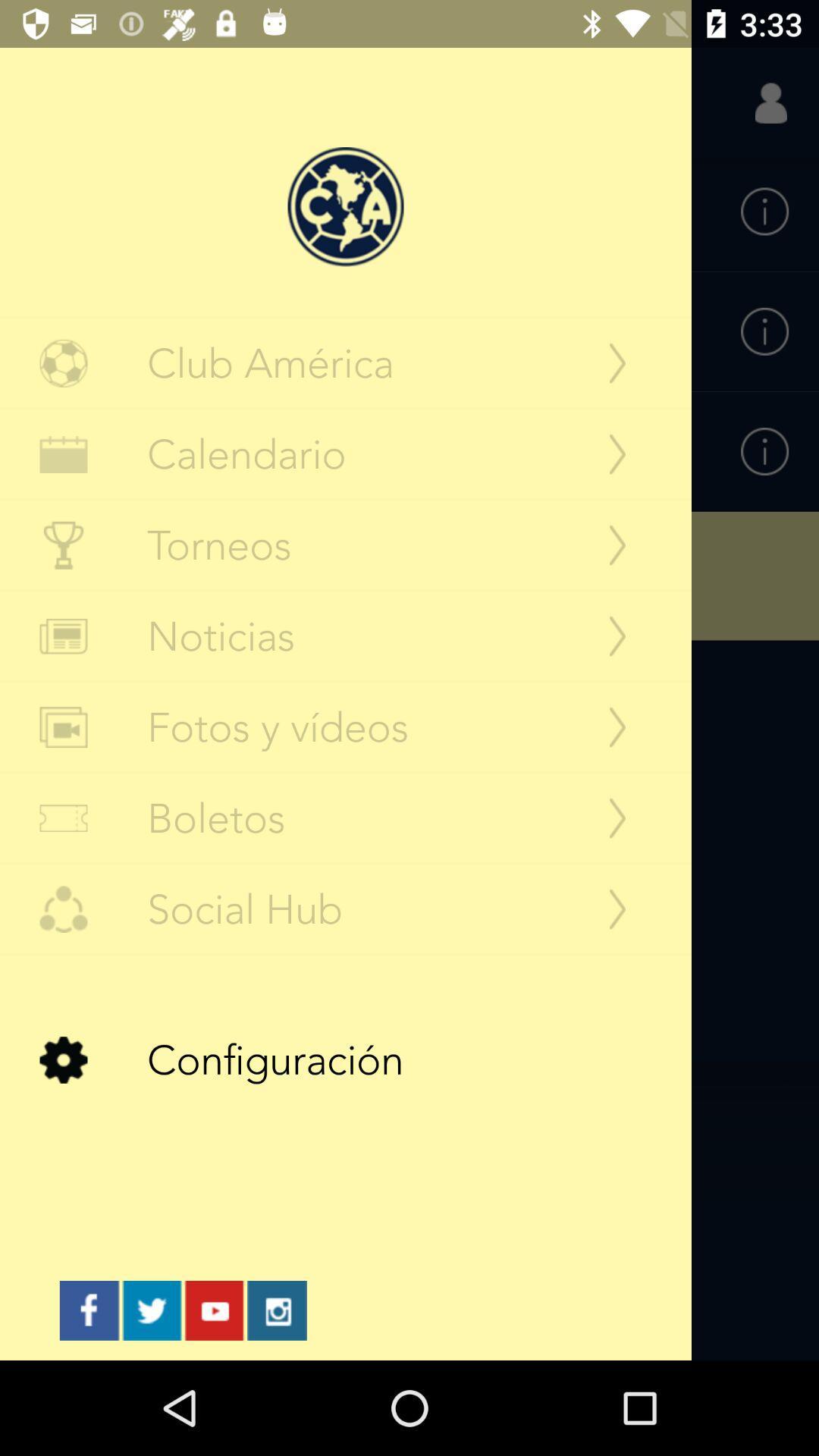 The width and height of the screenshot is (819, 1456). What do you see at coordinates (617, 817) in the screenshot?
I see `arrow which is next to boletos` at bounding box center [617, 817].